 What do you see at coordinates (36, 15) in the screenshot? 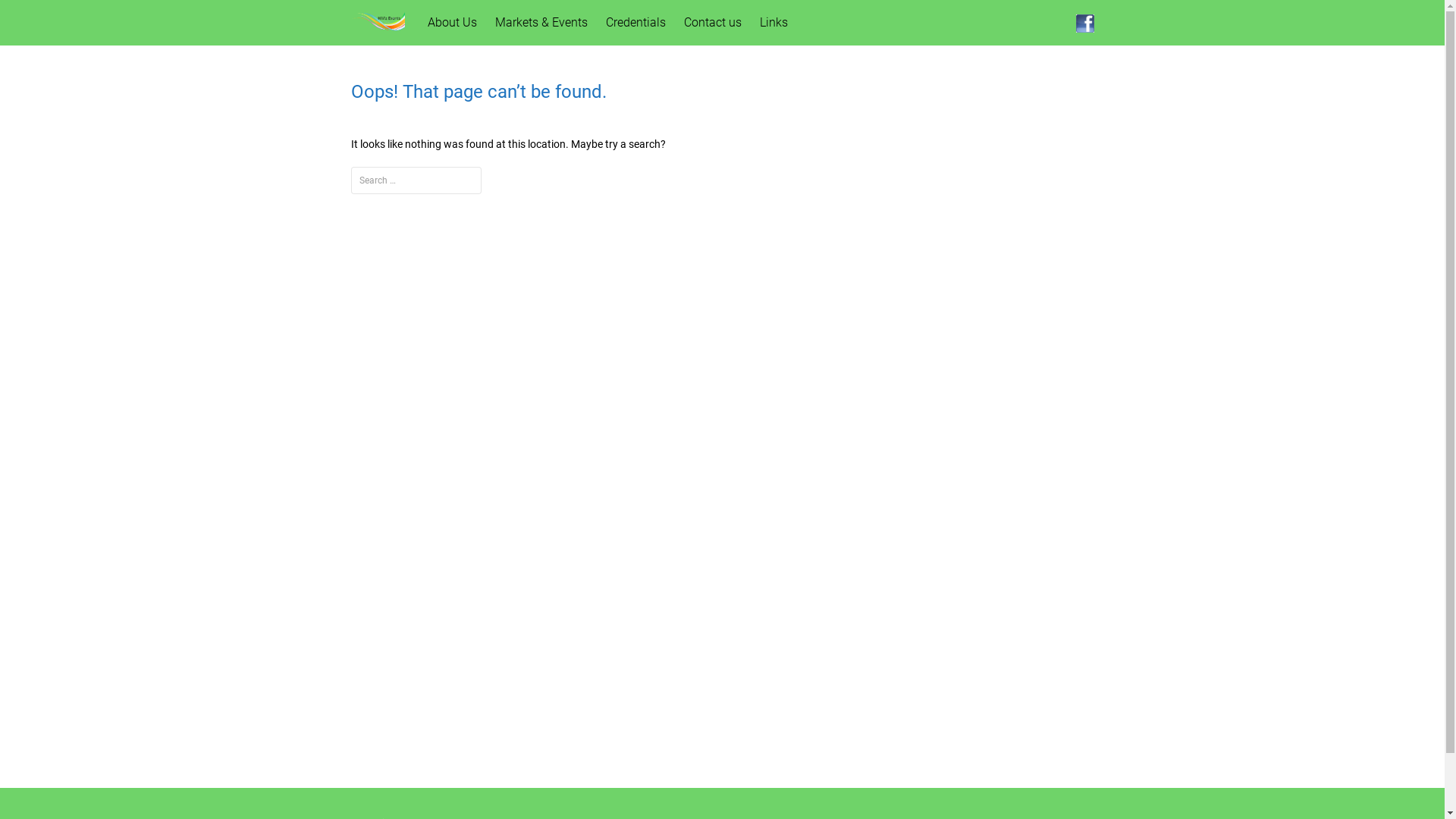
I see `'Search'` at bounding box center [36, 15].